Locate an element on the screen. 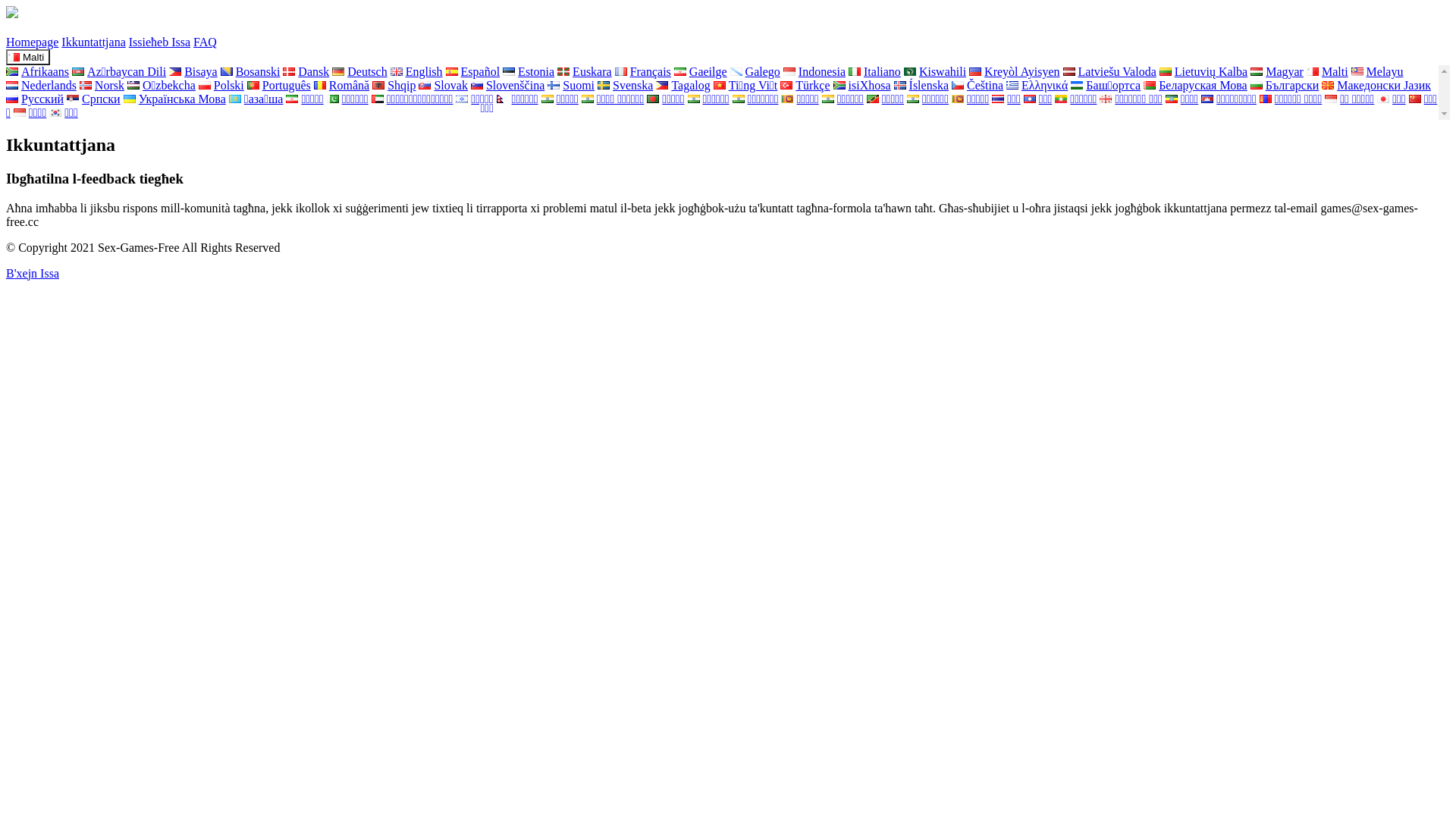  'Indonesia' is located at coordinates (814, 71).